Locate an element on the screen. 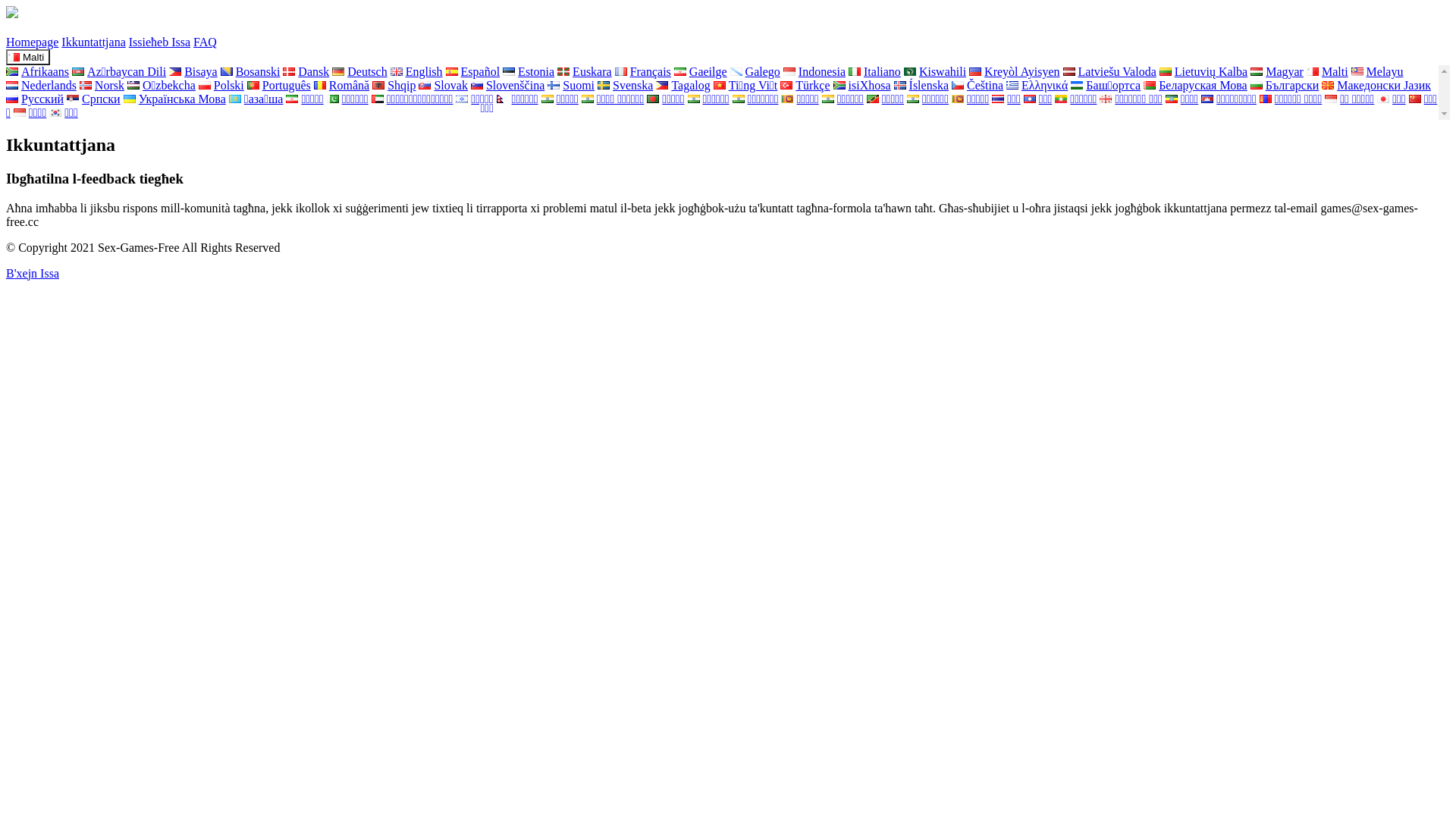  'Indonesia' is located at coordinates (814, 71).